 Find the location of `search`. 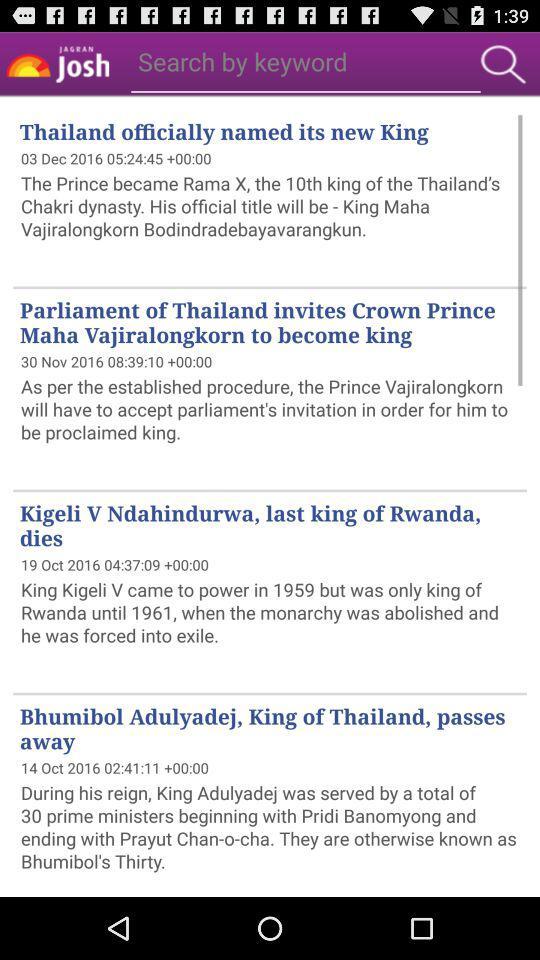

search is located at coordinates (502, 64).